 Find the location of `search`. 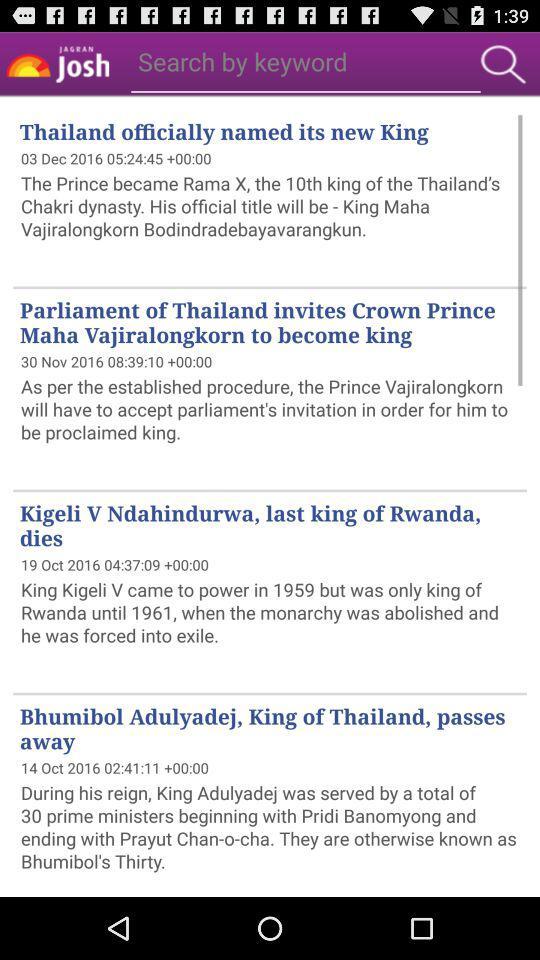

search is located at coordinates (502, 64).